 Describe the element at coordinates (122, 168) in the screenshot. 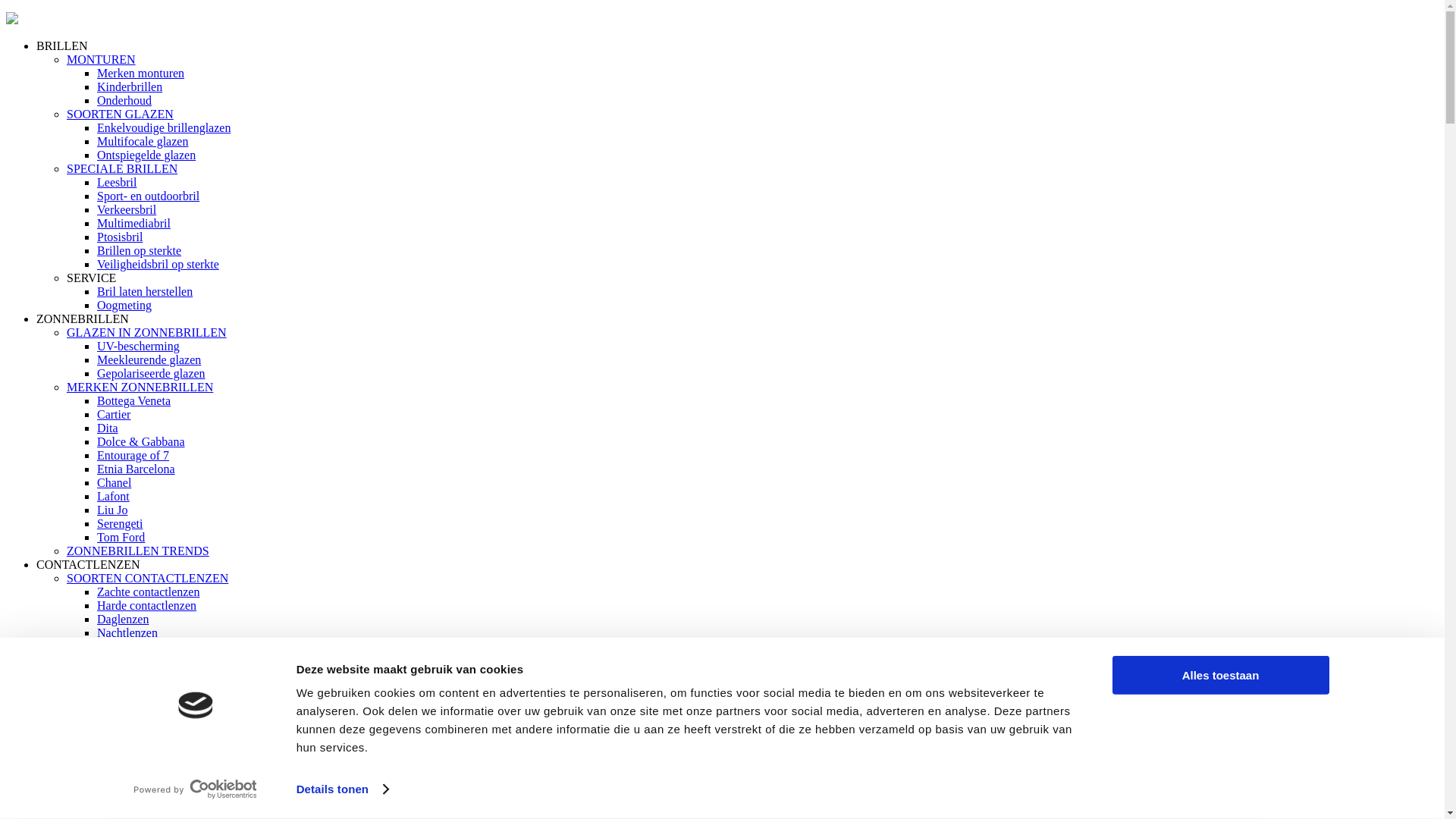

I see `'SPECIALE BRILLEN'` at that location.